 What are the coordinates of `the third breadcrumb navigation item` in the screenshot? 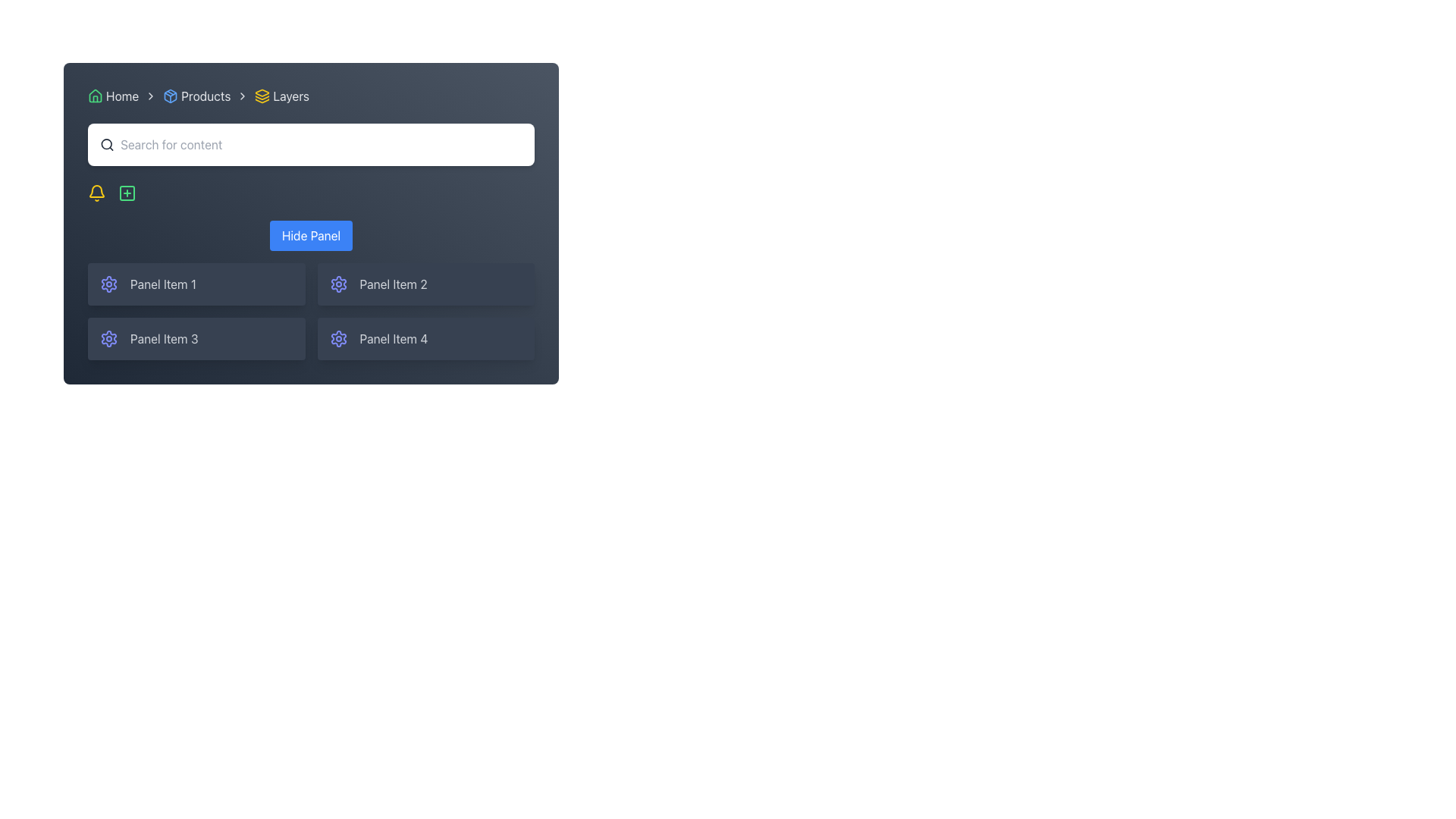 It's located at (282, 96).